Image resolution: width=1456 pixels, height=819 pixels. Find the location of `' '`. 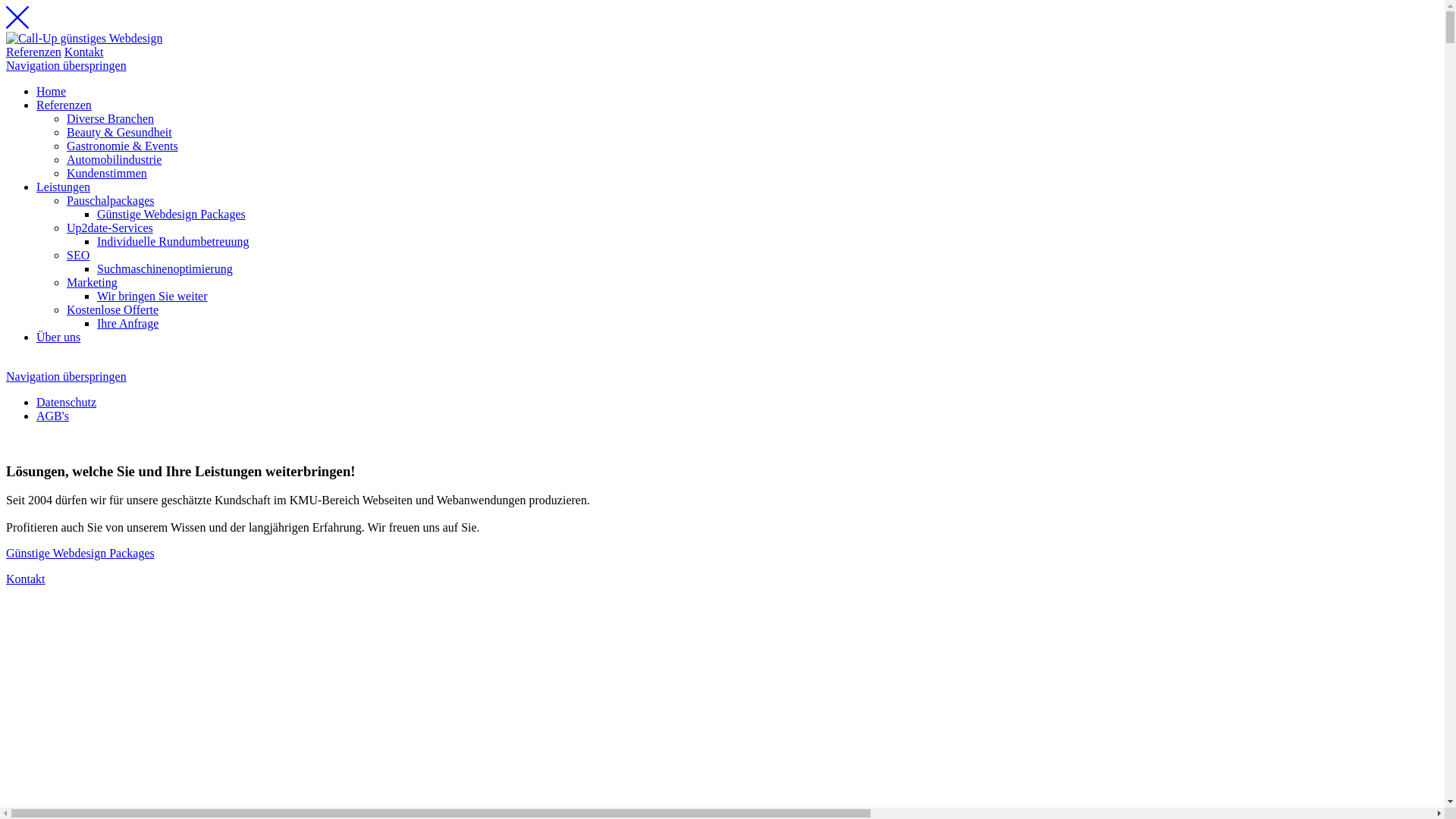

' ' is located at coordinates (7, 441).